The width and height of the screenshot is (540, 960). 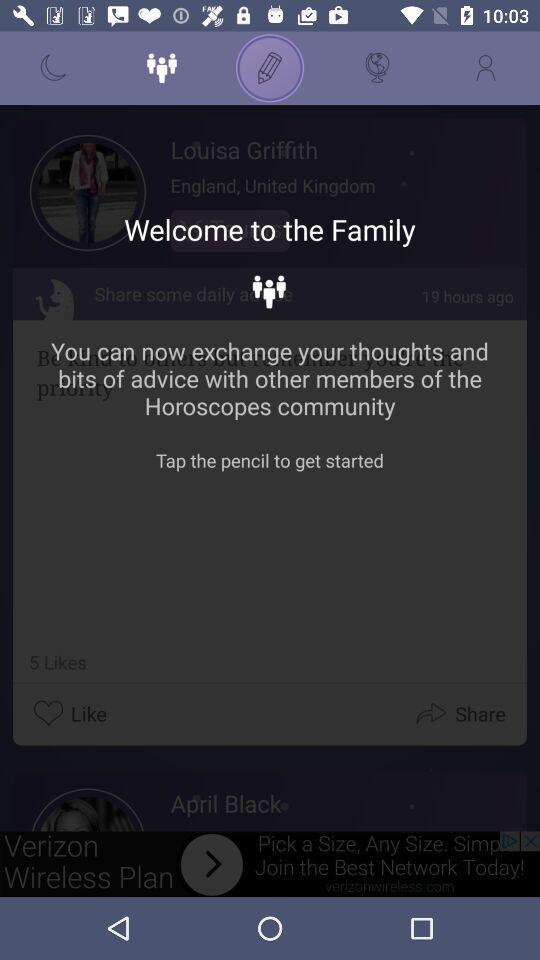 I want to click on the white icon below welcome to the family, so click(x=270, y=291).